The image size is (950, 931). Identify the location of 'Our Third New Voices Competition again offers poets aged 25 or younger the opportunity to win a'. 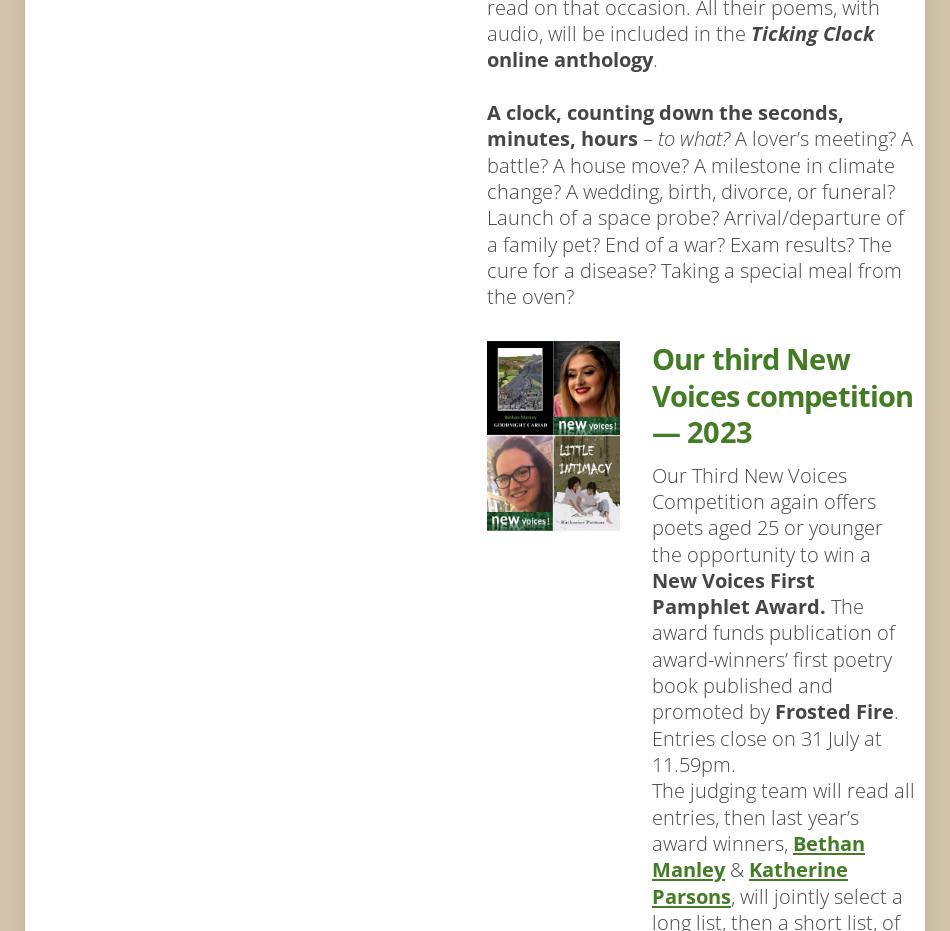
(765, 513).